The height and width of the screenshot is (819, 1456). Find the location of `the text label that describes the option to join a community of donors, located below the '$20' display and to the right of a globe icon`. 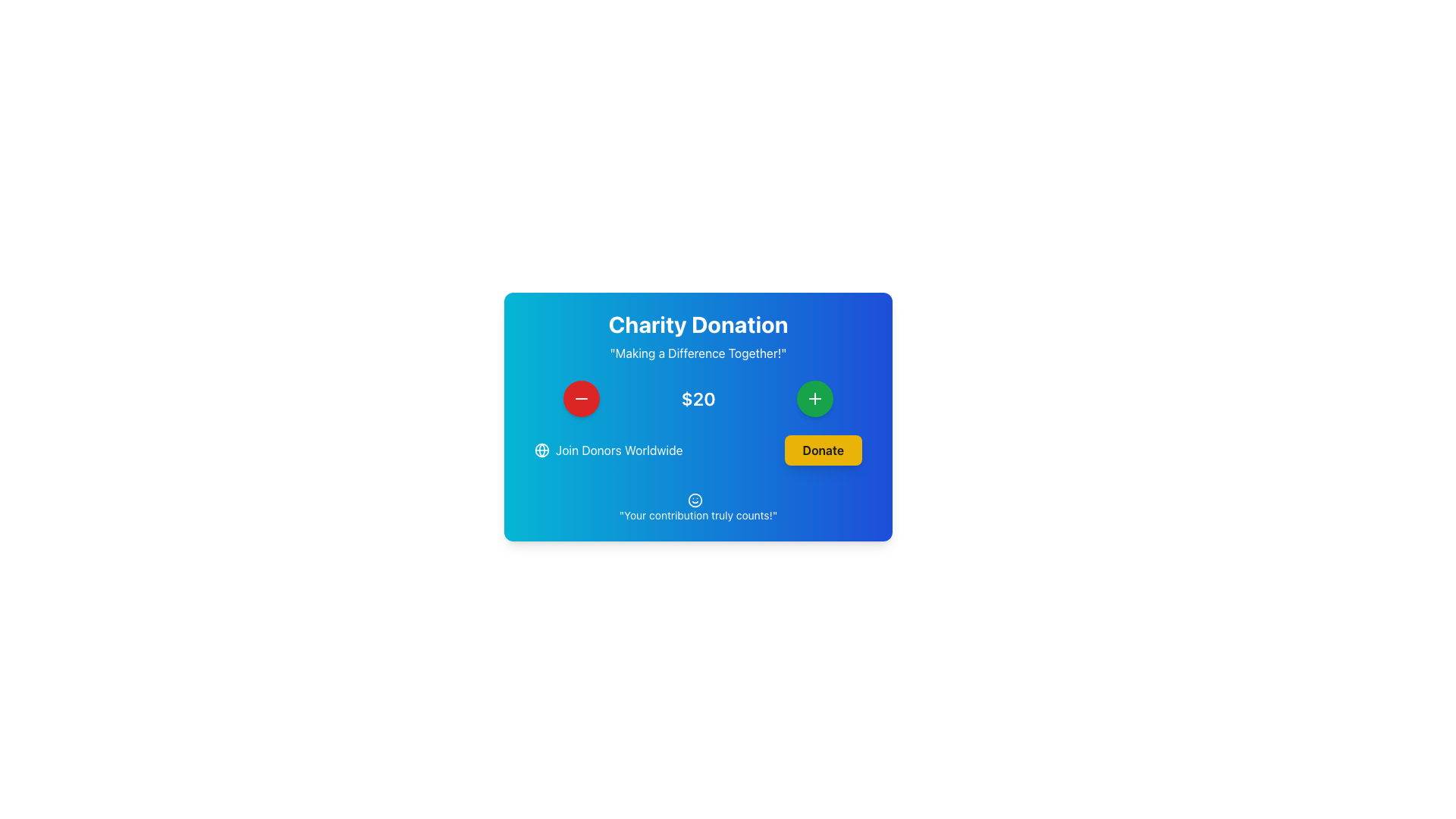

the text label that describes the option to join a community of donors, located below the '$20' display and to the right of a globe icon is located at coordinates (619, 450).